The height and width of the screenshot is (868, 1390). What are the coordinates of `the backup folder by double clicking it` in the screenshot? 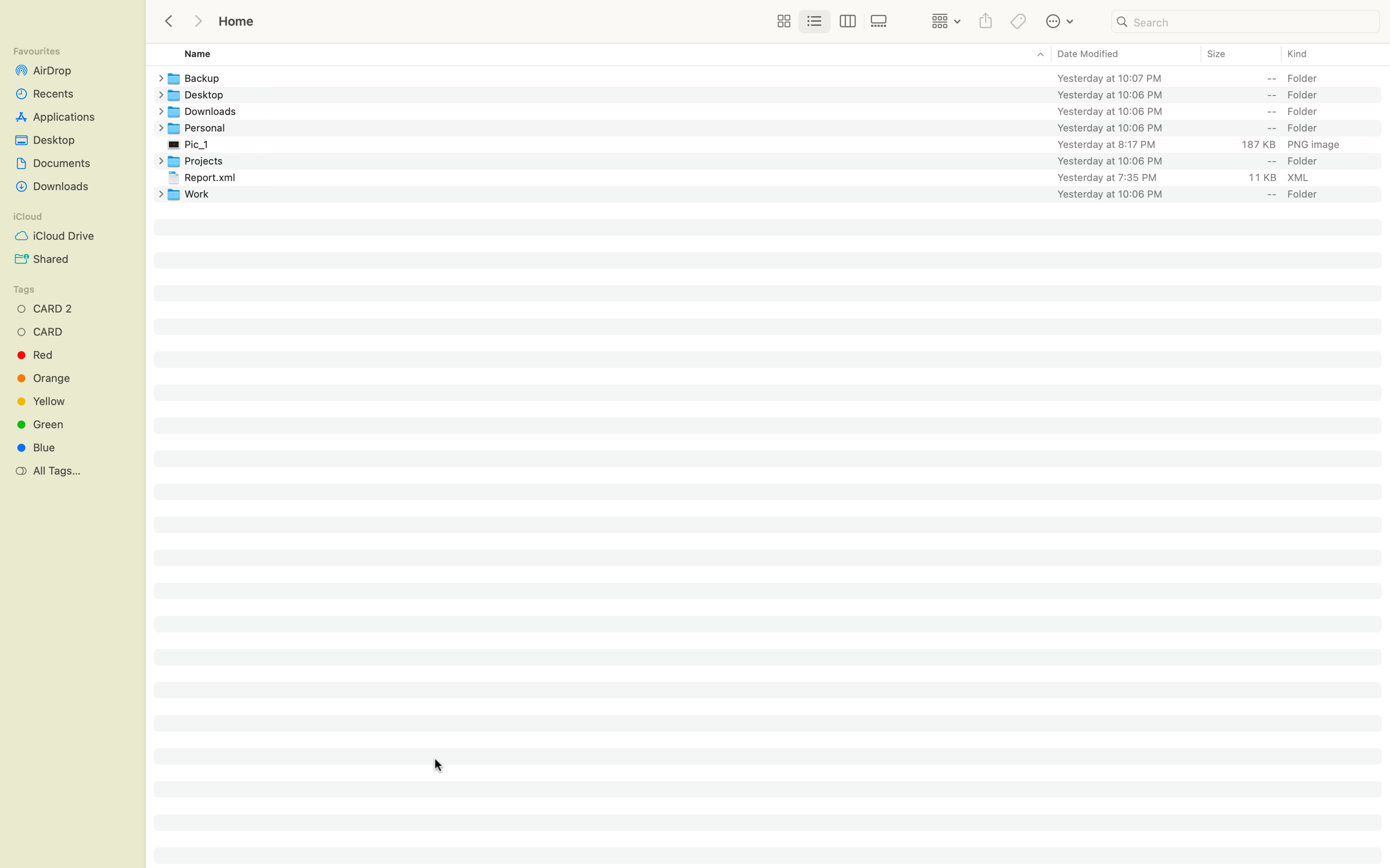 It's located at (778, 76).